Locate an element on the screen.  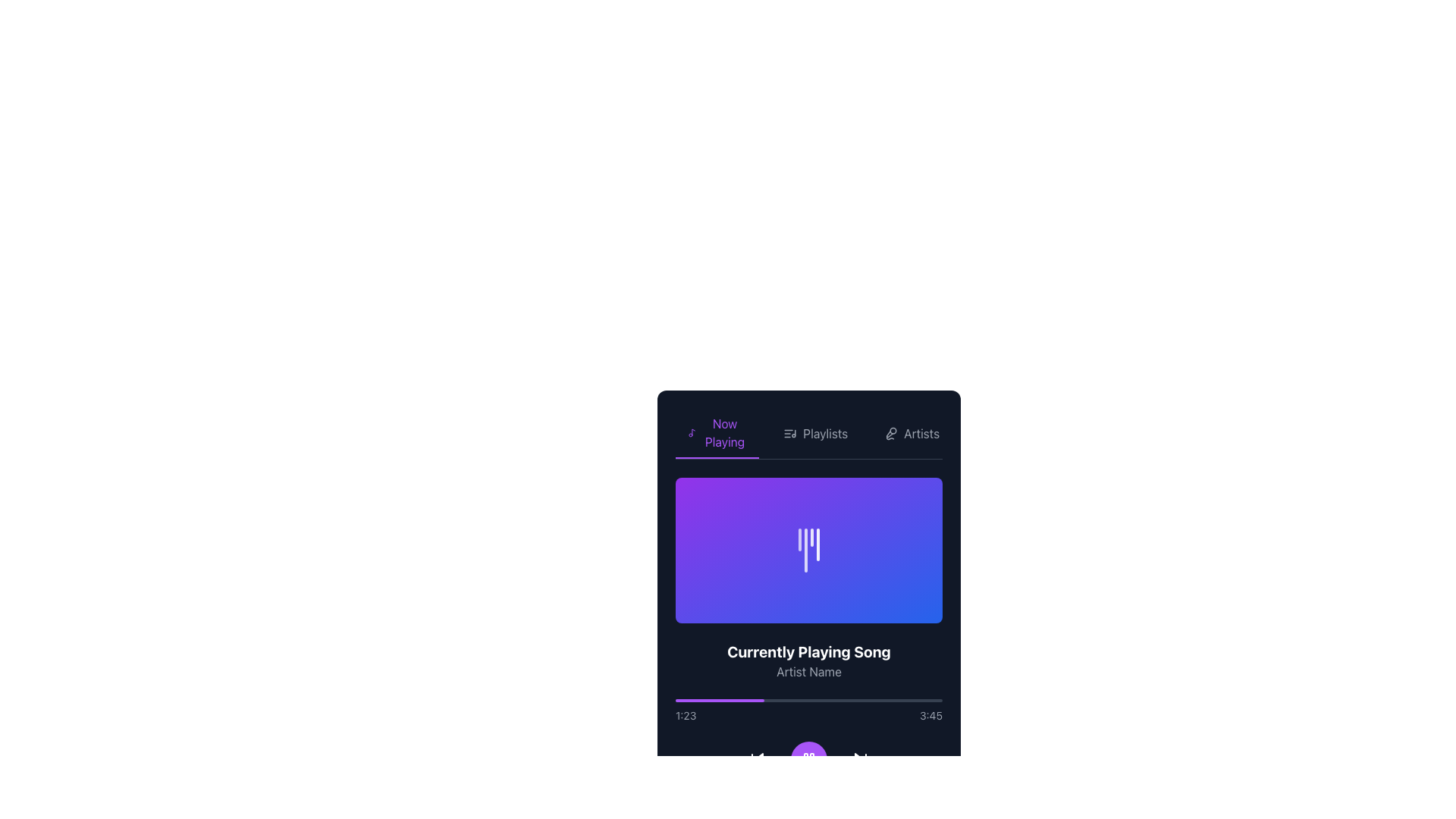
the icon button located at the bottom right of the interface is located at coordinates (860, 760).